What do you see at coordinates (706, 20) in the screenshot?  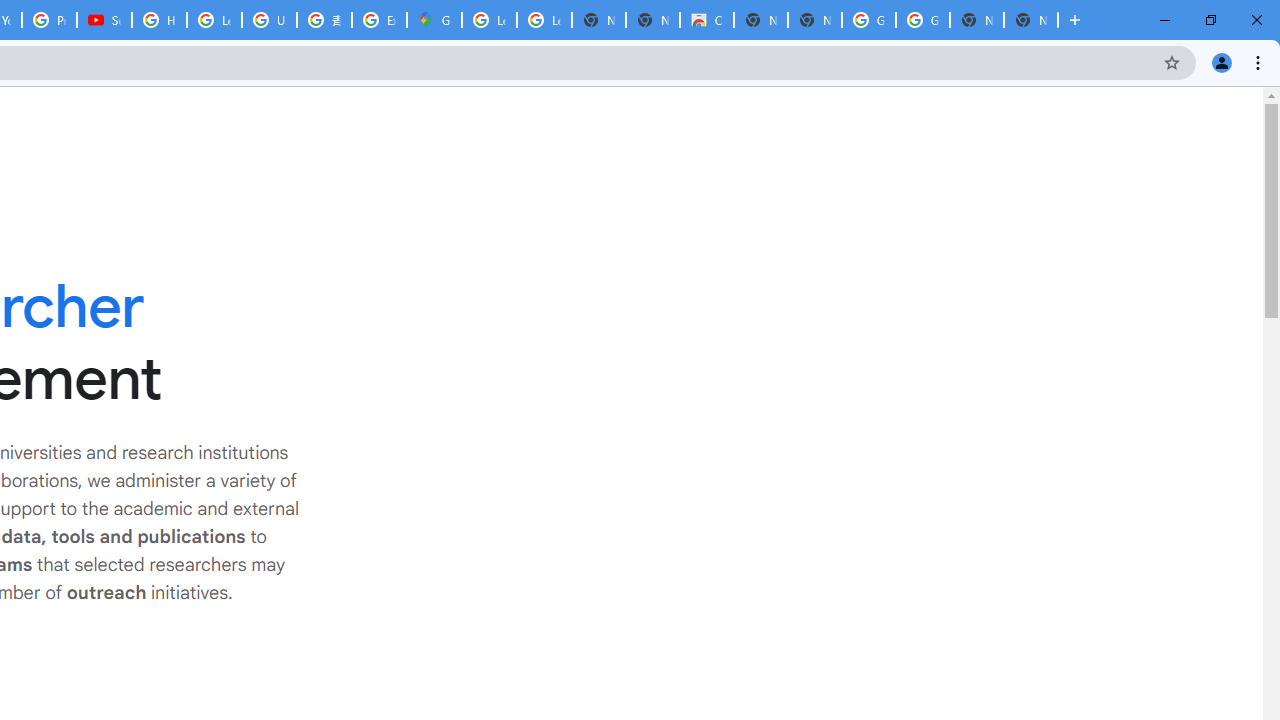 I see `'Chrome Web Store'` at bounding box center [706, 20].